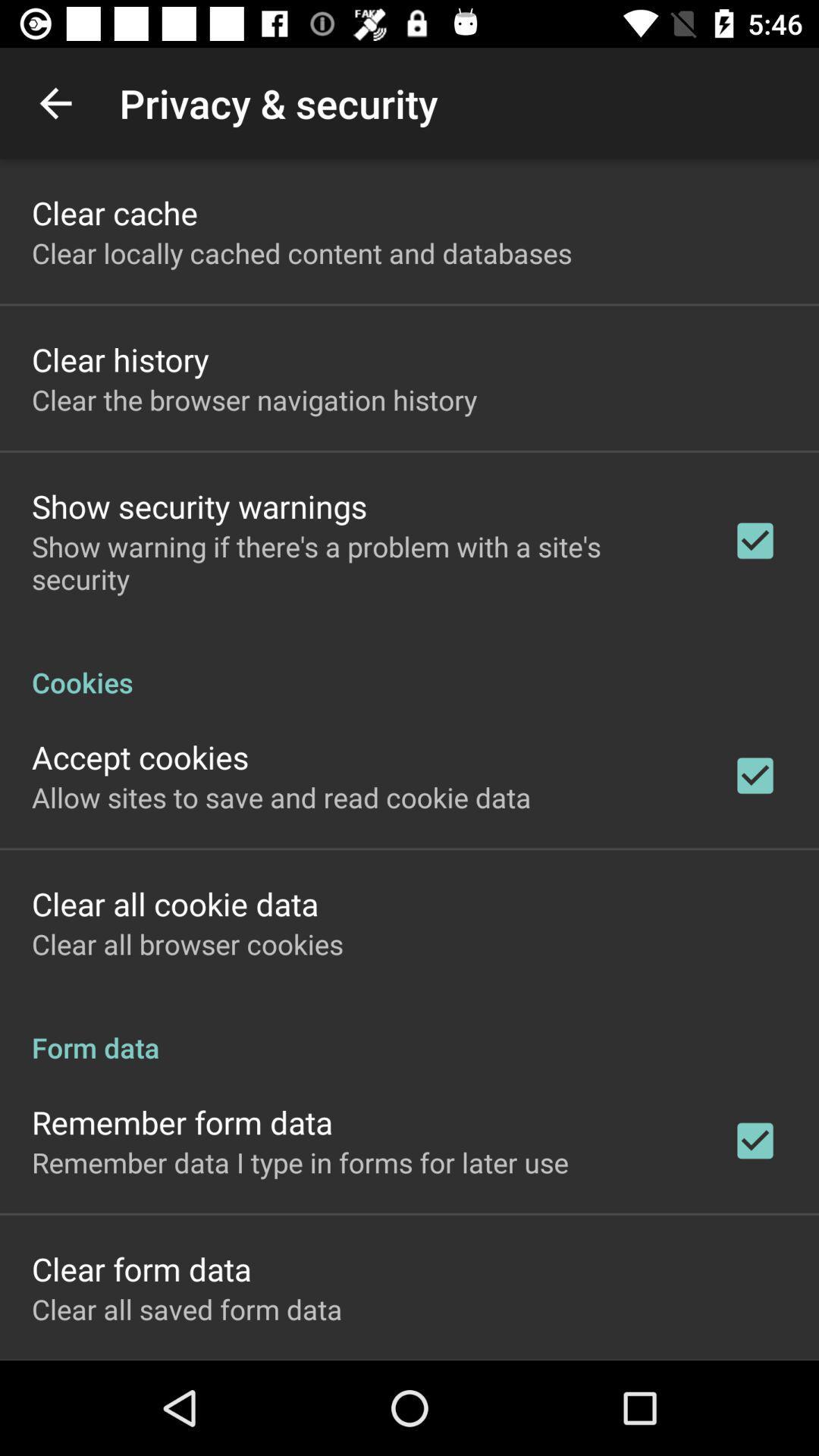  I want to click on the check box icon for accept cookies, so click(755, 775).